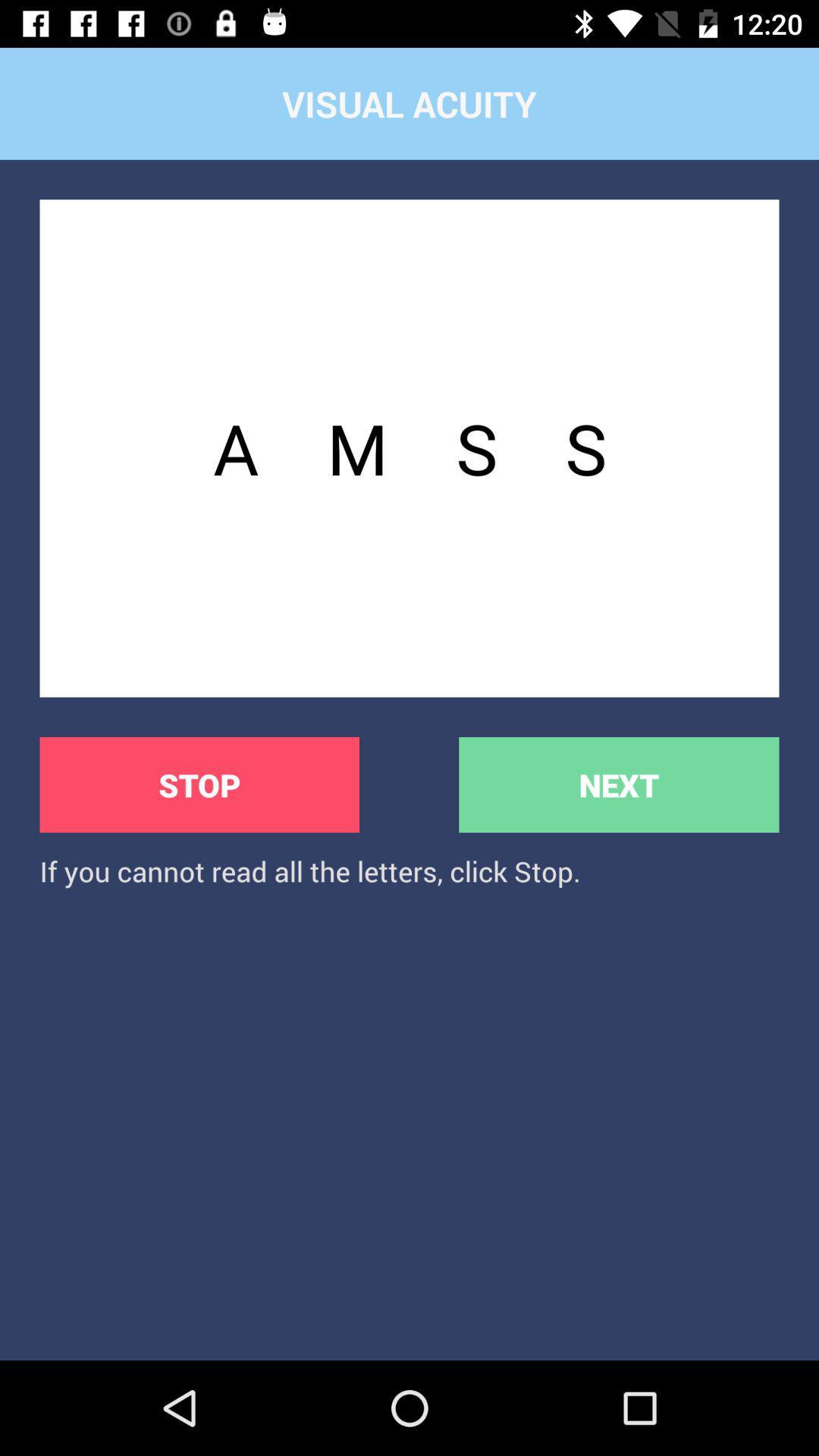  What do you see at coordinates (619, 785) in the screenshot?
I see `the icon above the if you cannot` at bounding box center [619, 785].